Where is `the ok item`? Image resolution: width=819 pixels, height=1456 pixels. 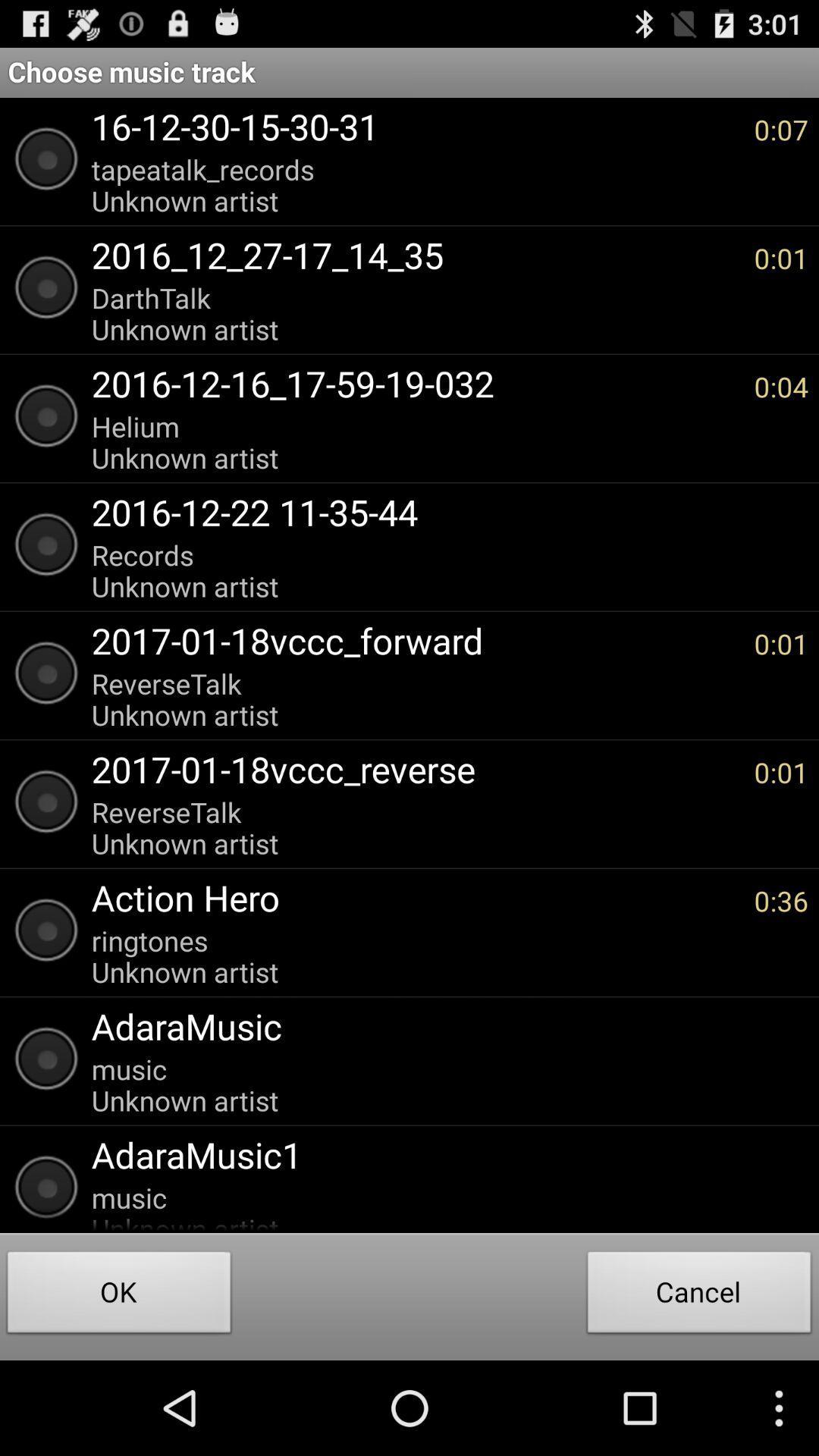 the ok item is located at coordinates (118, 1295).